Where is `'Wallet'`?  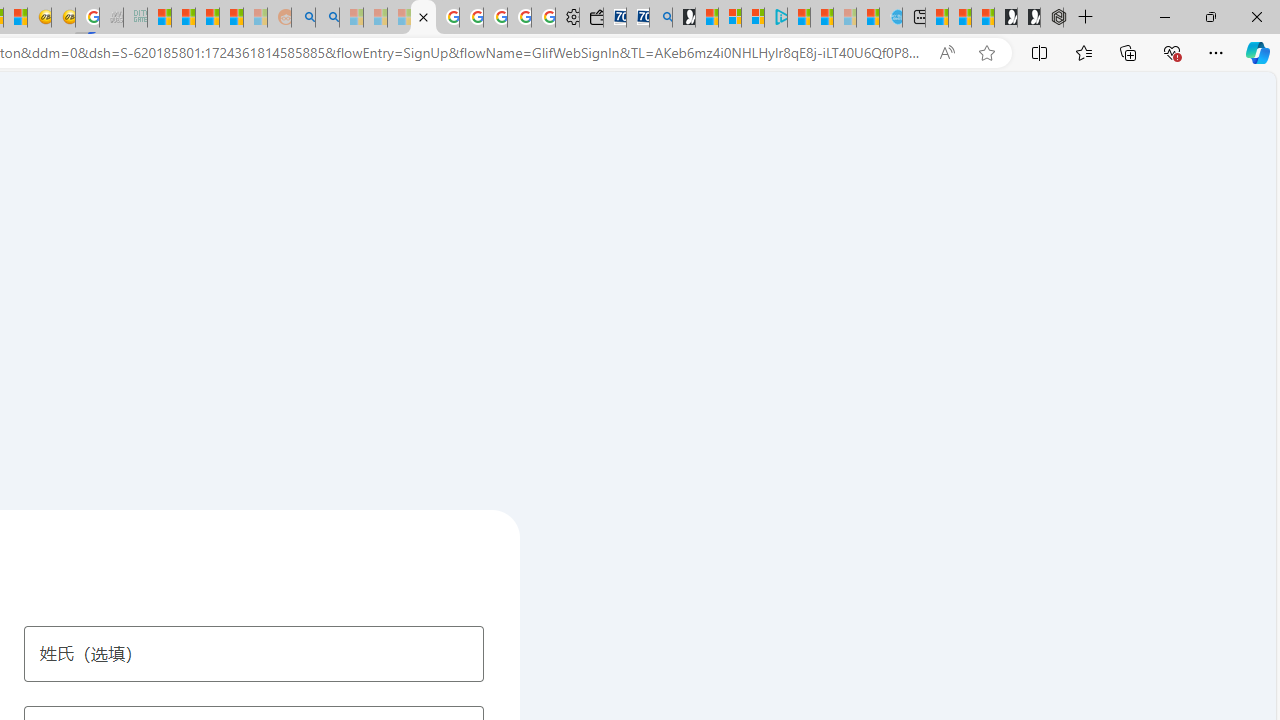
'Wallet' is located at coordinates (590, 17).